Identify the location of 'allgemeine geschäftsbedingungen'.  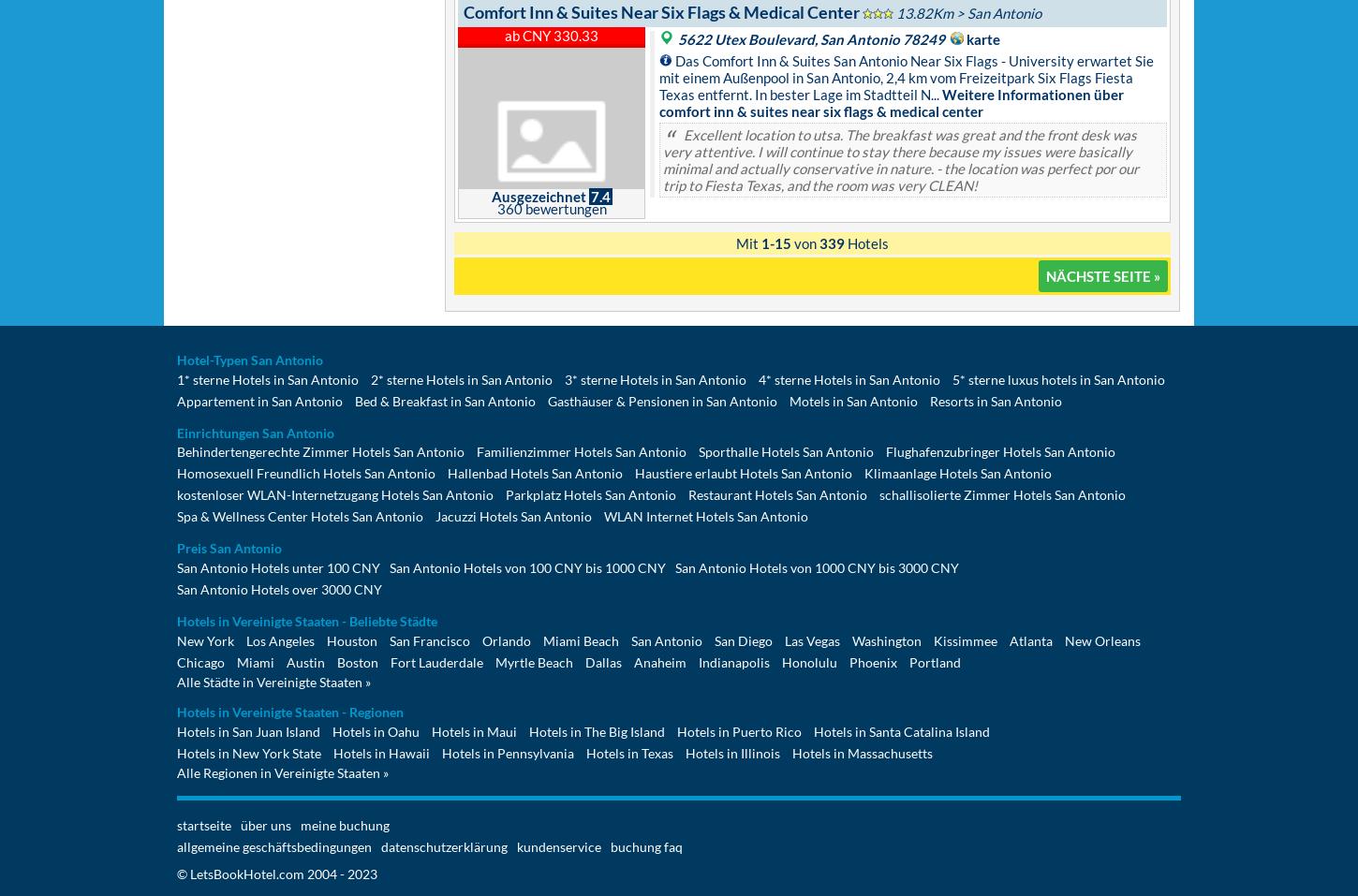
(175, 845).